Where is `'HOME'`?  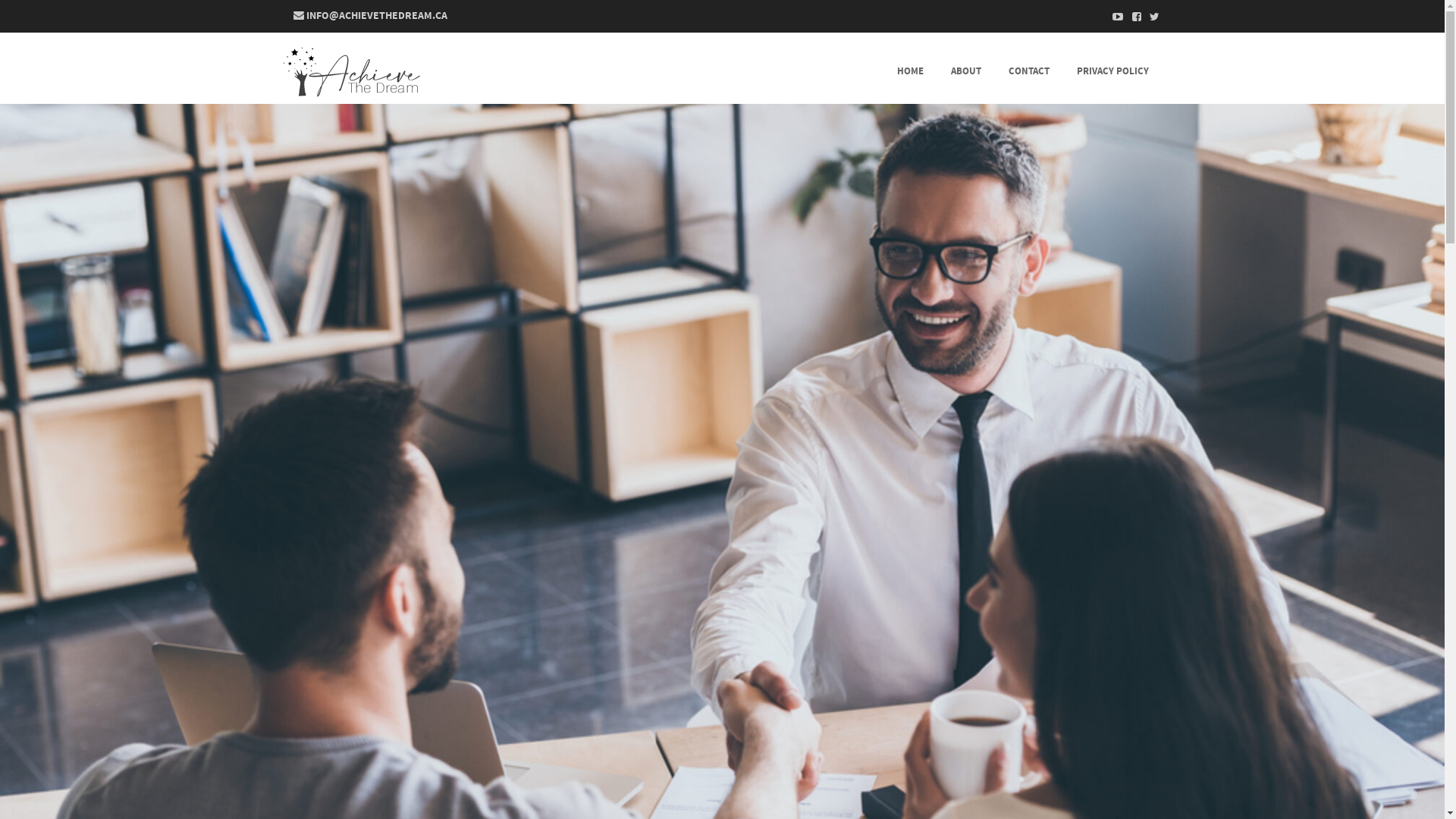 'HOME' is located at coordinates (882, 67).